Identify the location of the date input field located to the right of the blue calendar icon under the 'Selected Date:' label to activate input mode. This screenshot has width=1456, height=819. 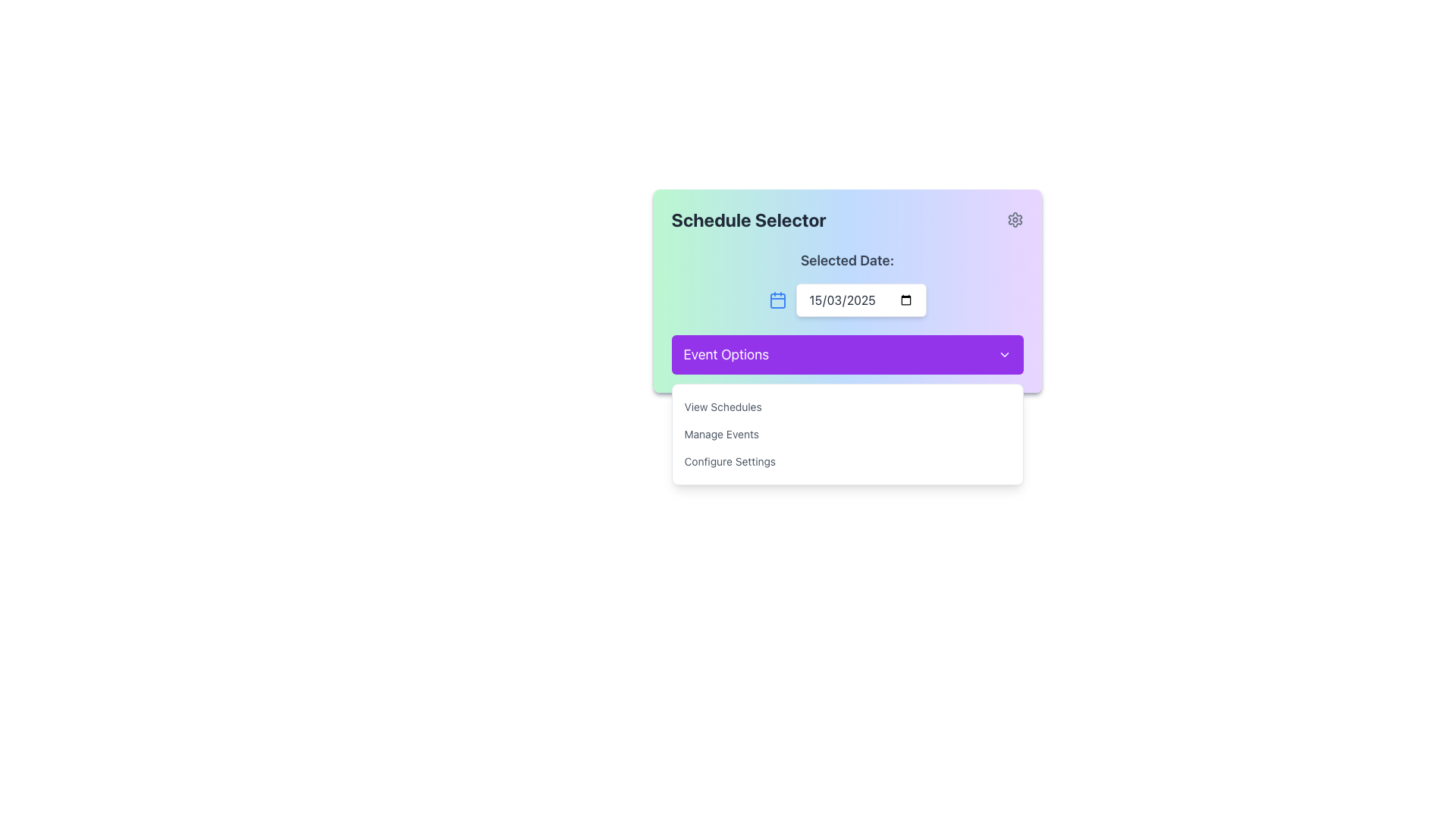
(861, 300).